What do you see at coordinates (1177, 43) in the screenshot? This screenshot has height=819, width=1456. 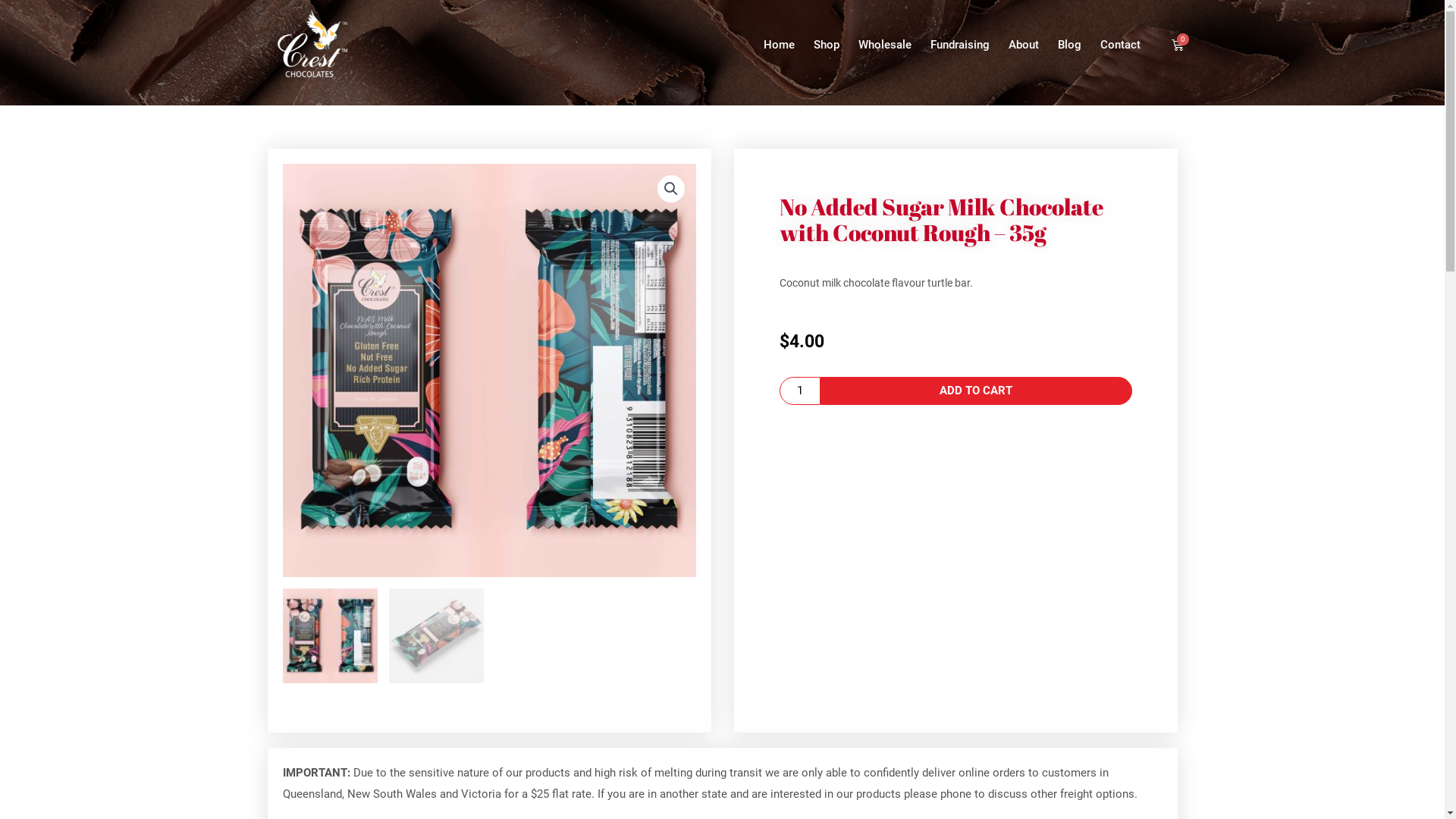 I see `'0` at bounding box center [1177, 43].